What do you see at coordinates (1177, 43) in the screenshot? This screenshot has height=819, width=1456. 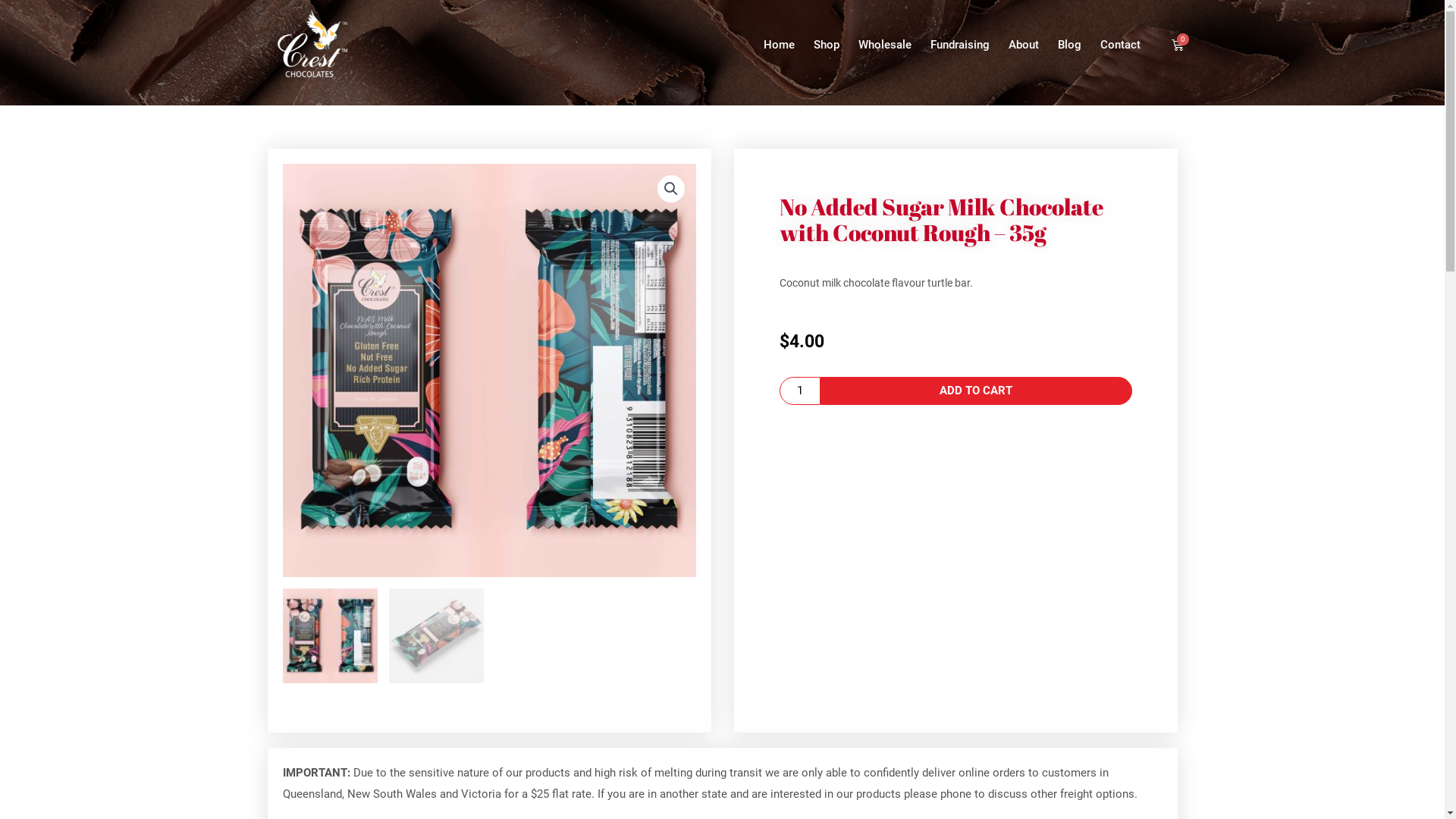 I see `'0` at bounding box center [1177, 43].